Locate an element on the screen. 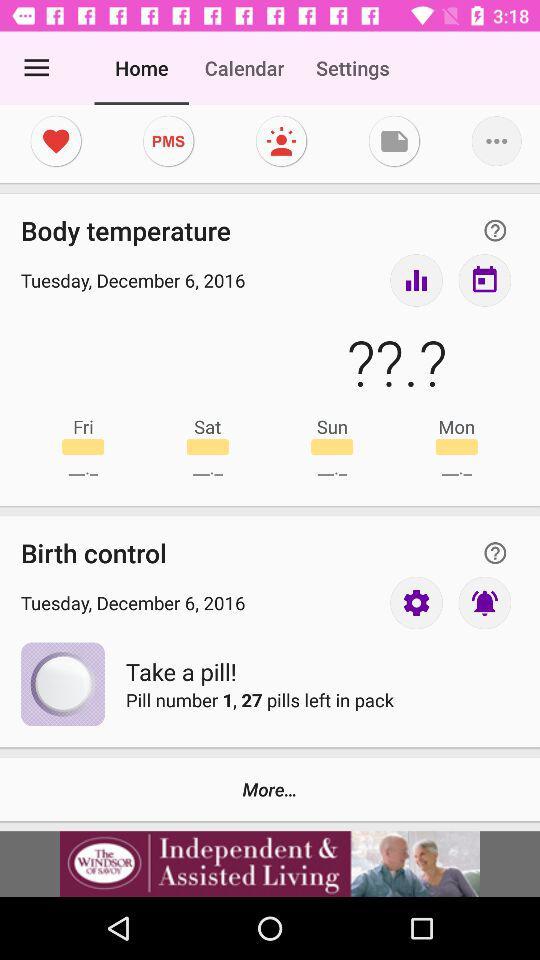 The height and width of the screenshot is (960, 540). help button is located at coordinates (494, 230).